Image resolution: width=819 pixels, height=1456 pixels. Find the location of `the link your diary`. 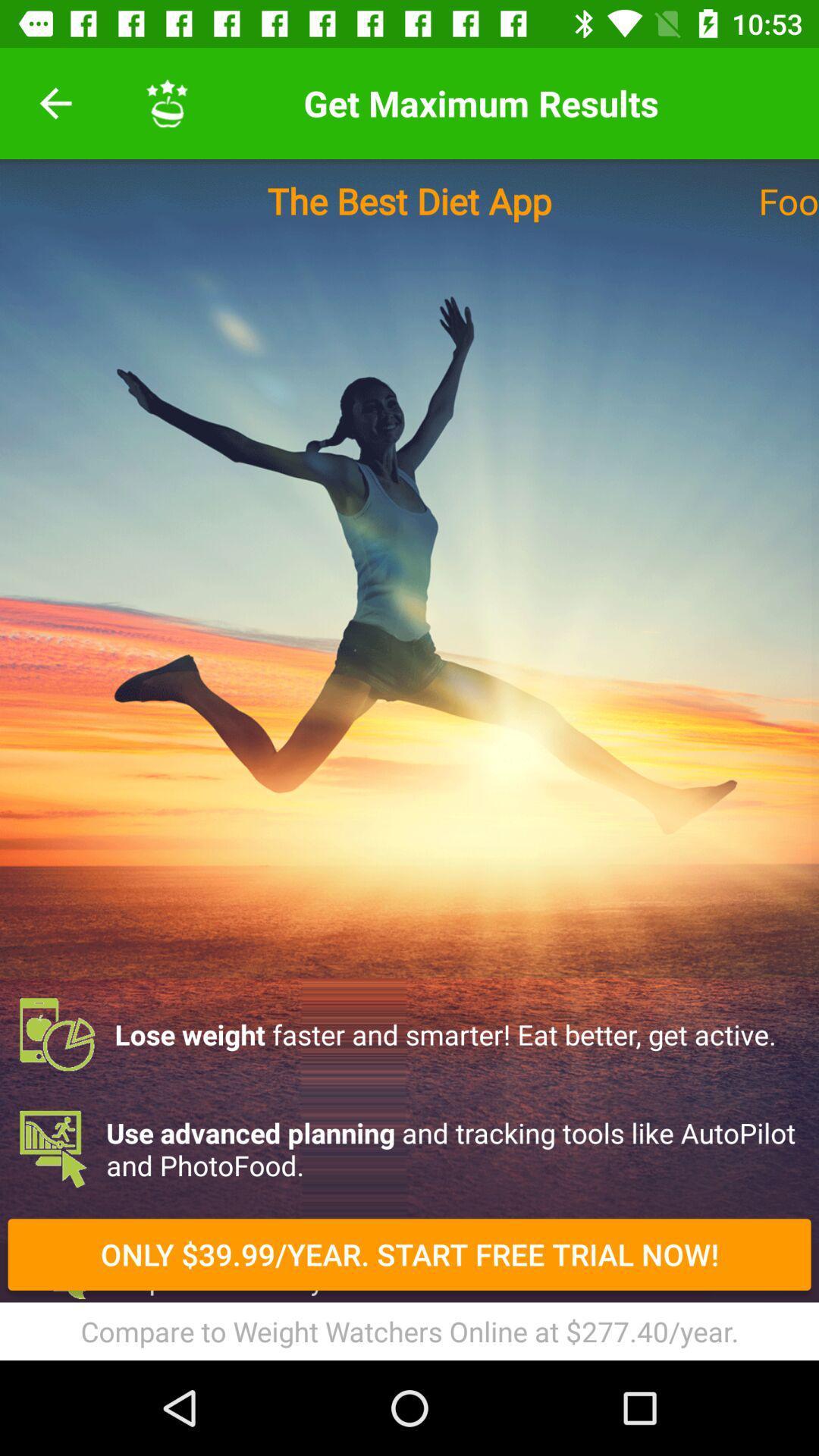

the link your diary is located at coordinates (409, 1339).